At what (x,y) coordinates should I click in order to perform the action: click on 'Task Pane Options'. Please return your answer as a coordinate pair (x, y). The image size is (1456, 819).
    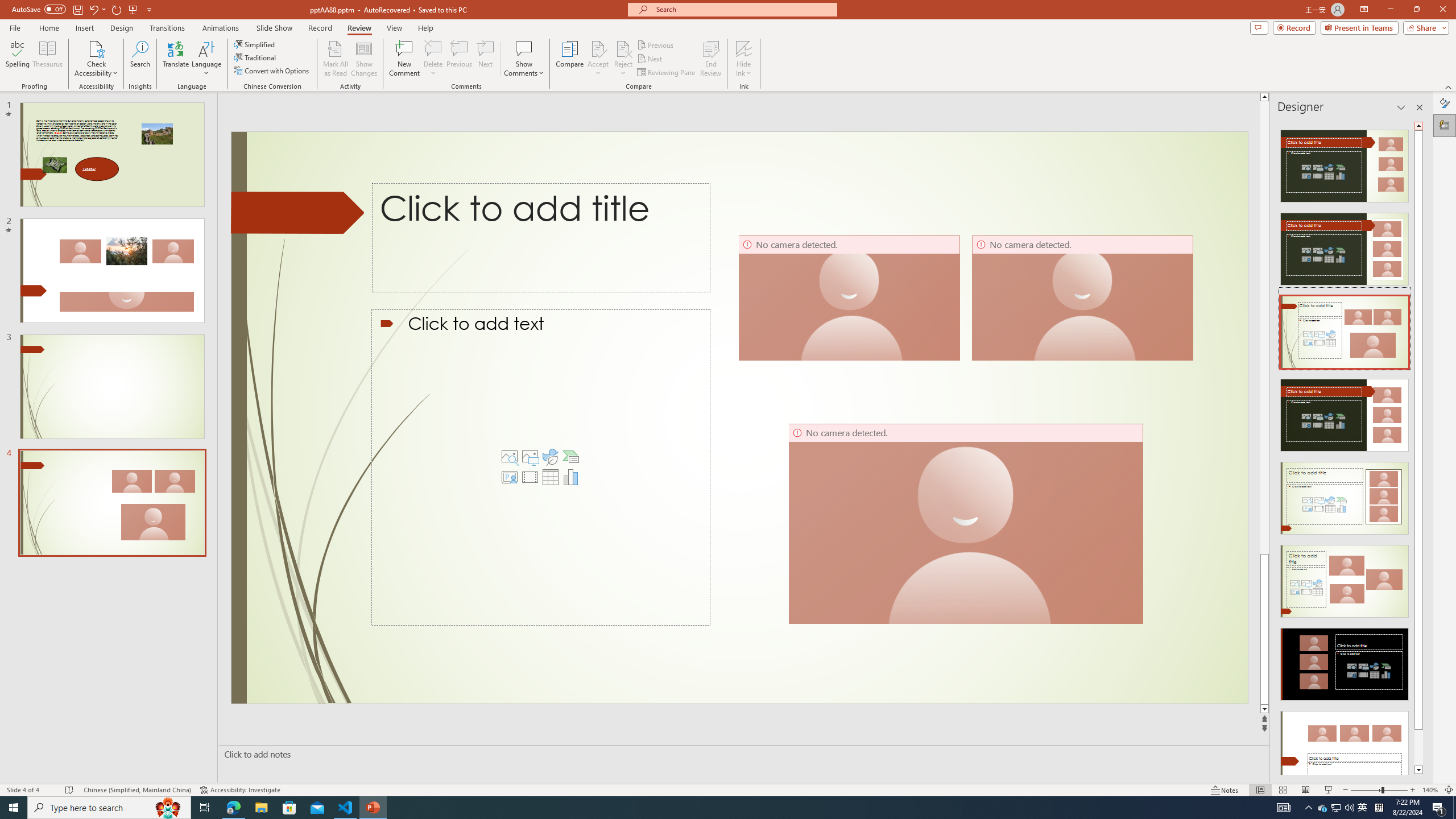
    Looking at the image, I should click on (1401, 107).